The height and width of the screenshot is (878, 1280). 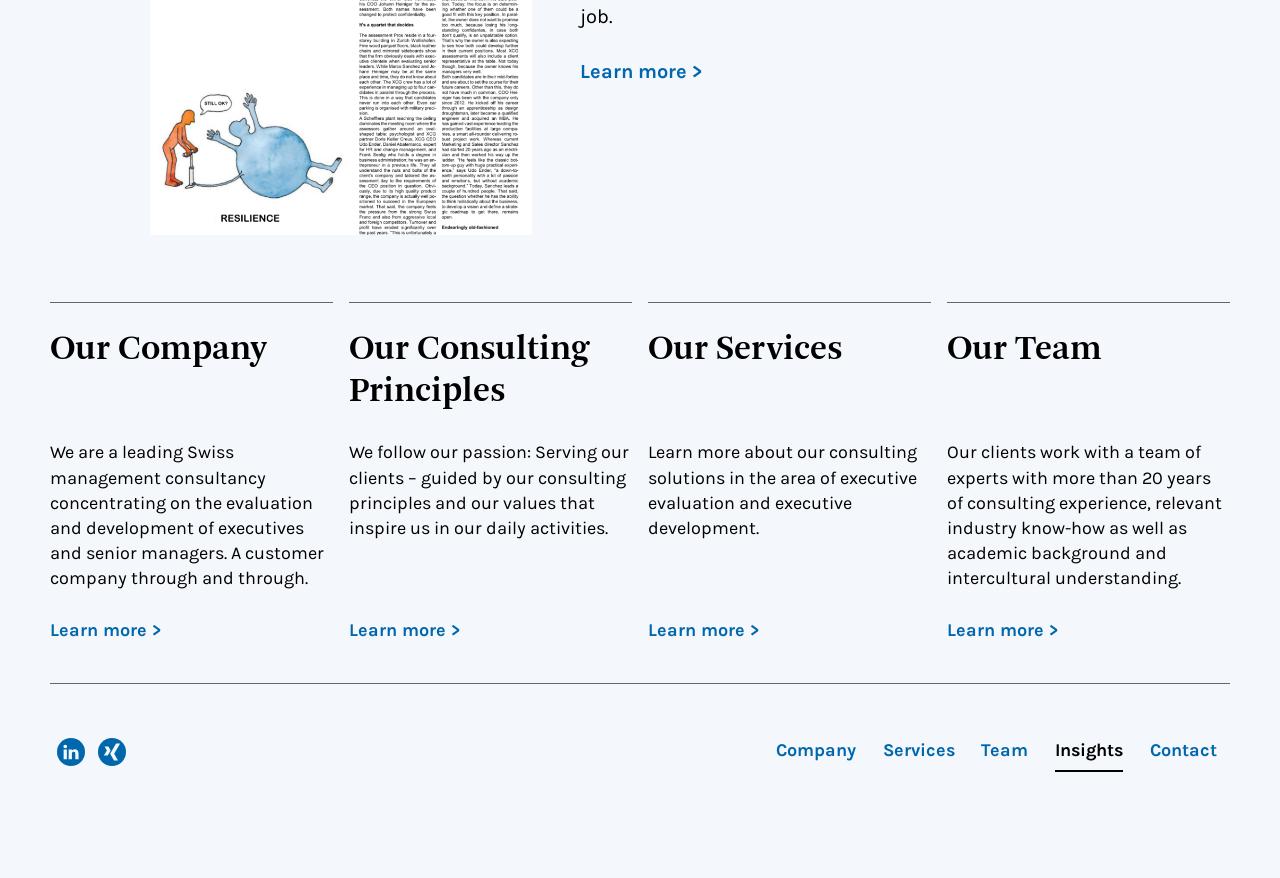 I want to click on 'Learn more >', so click(x=641, y=70).